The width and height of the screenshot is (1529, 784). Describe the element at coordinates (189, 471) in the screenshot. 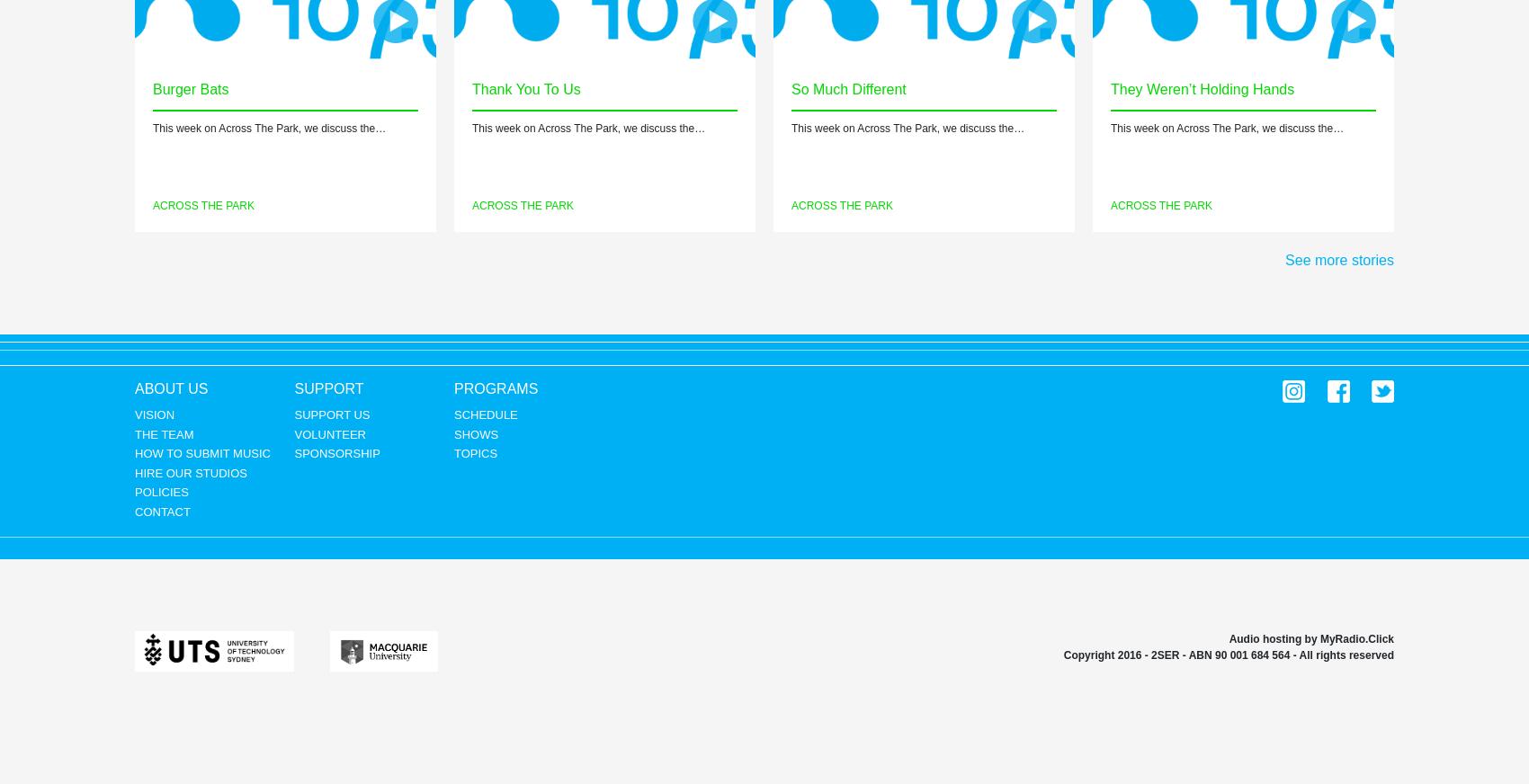

I see `'Hire Our Studios'` at that location.